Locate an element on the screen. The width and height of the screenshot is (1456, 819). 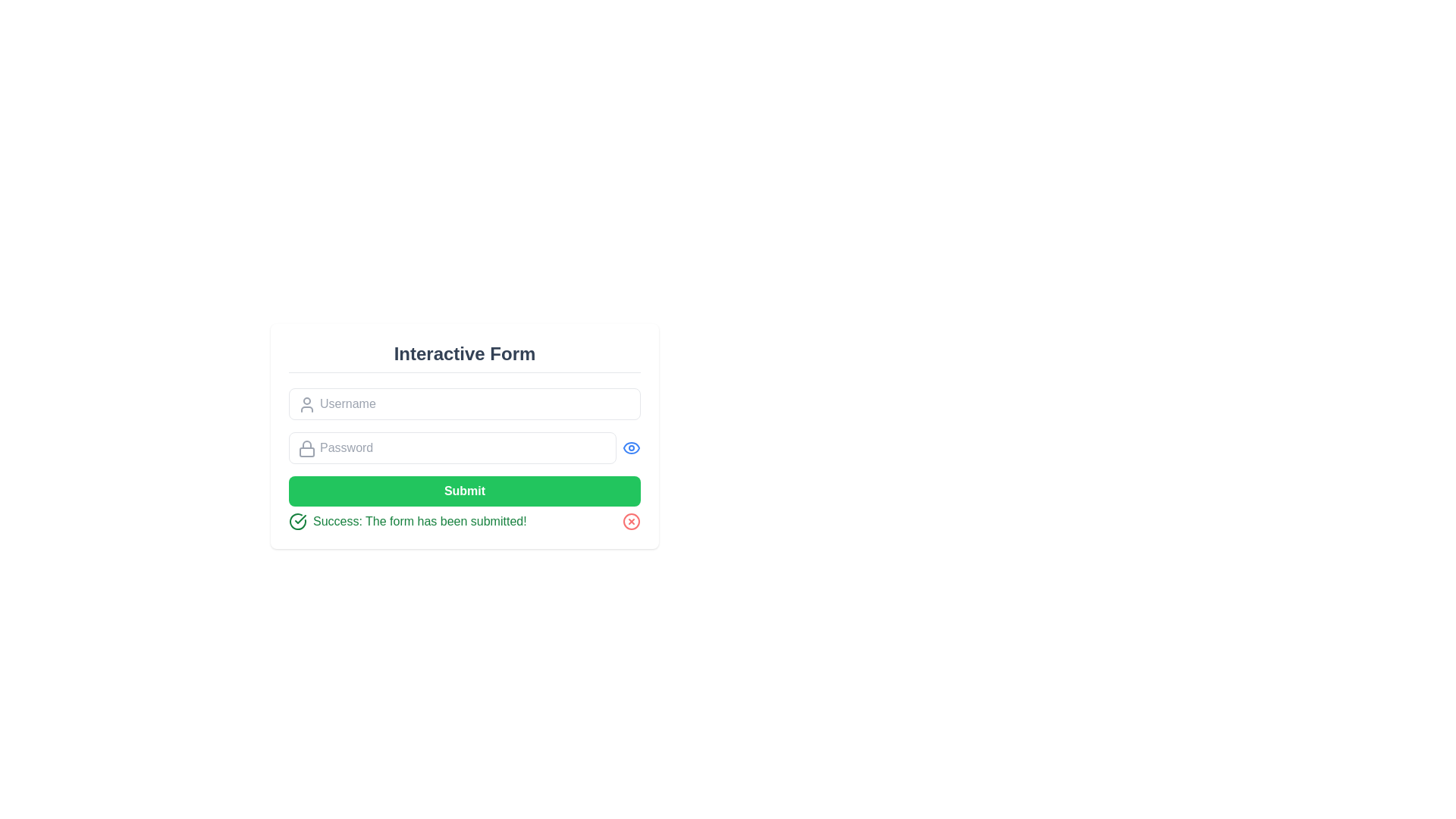
the graphical hint icon located to the left of the 'Username' input field, which indicates that the adjacent input box is for entering a username is located at coordinates (306, 403).